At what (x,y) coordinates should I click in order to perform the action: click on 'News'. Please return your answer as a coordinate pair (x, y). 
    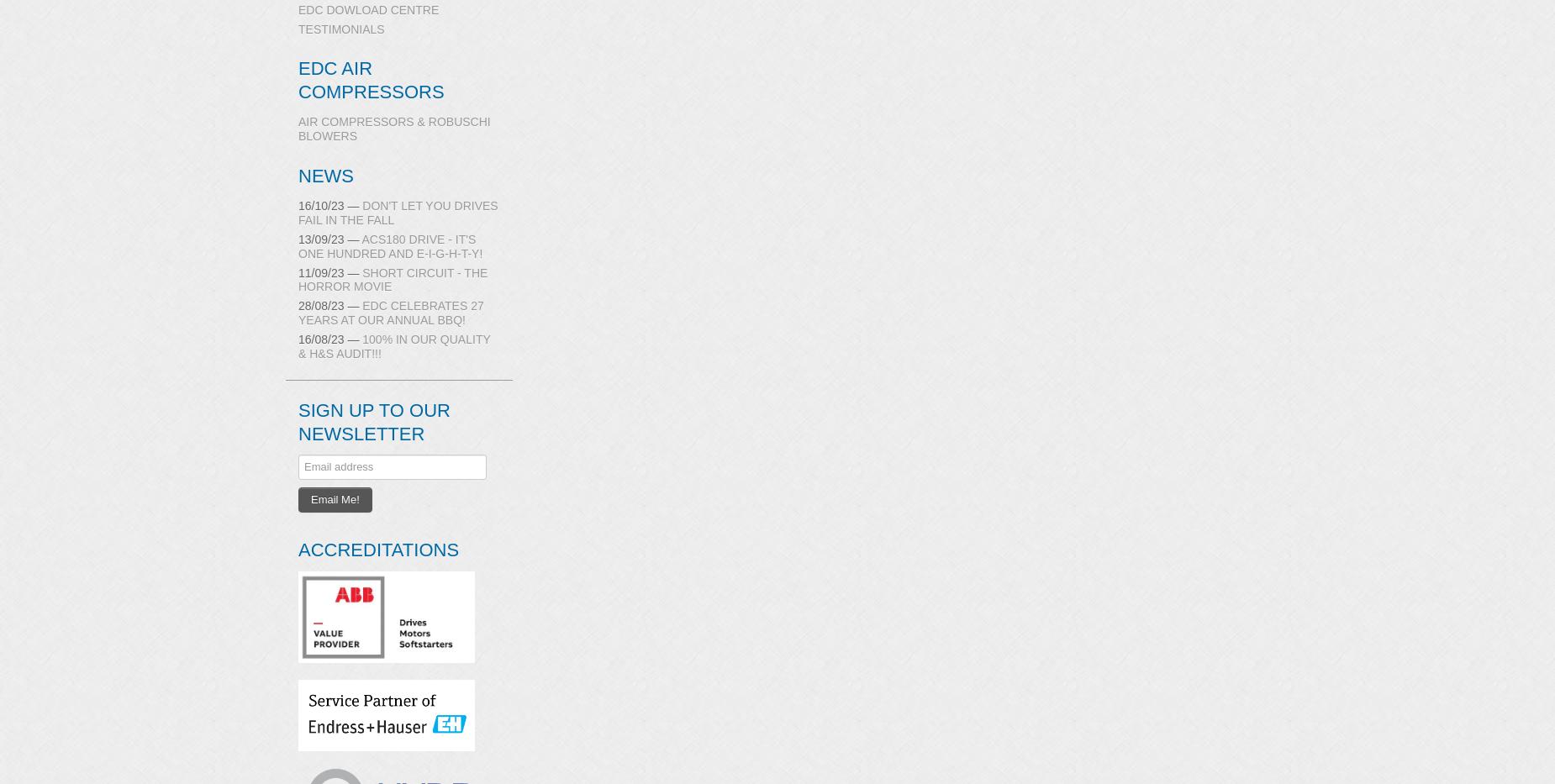
    Looking at the image, I should click on (324, 174).